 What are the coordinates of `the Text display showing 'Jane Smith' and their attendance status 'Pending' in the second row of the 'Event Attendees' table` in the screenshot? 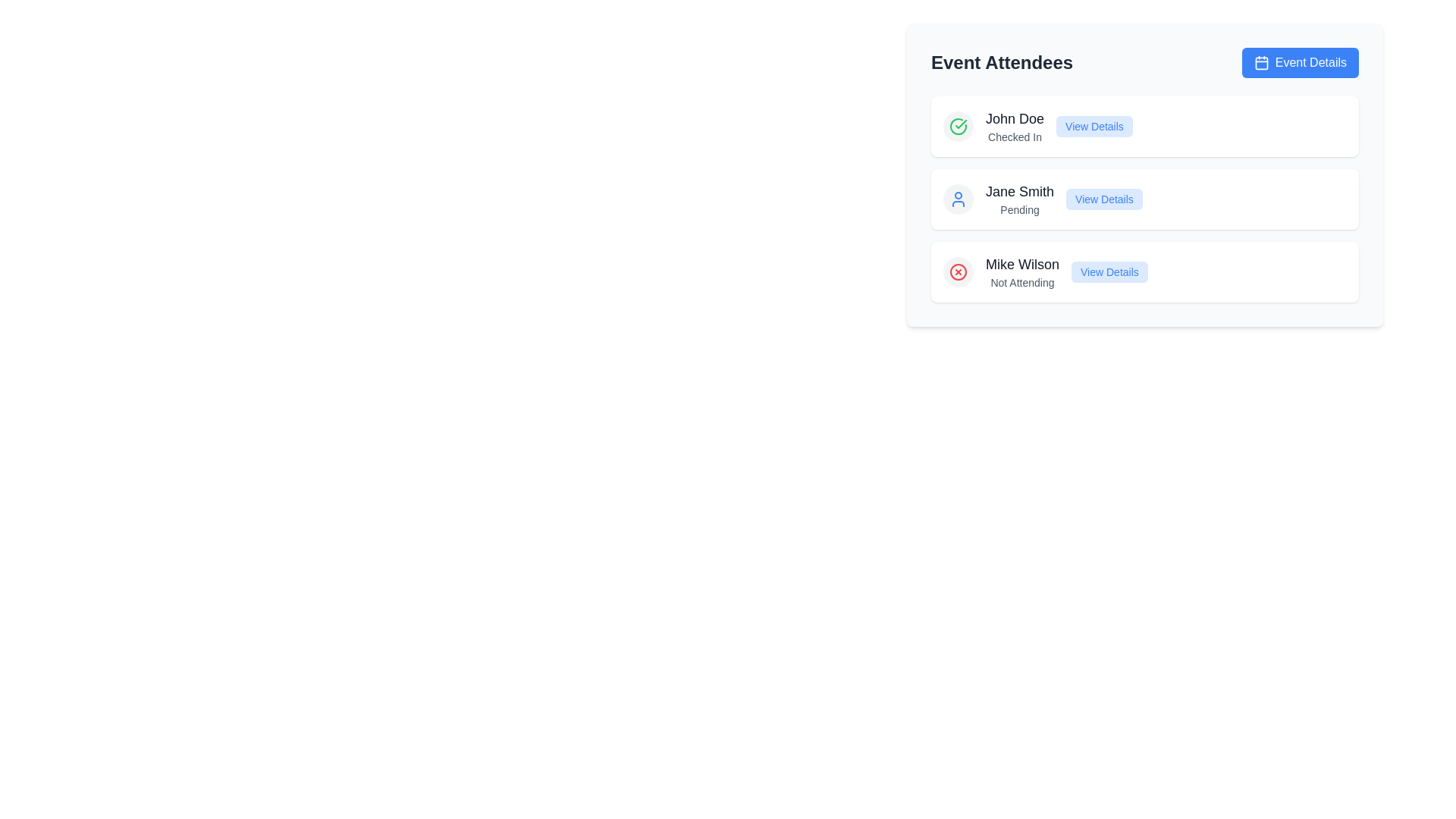 It's located at (1019, 198).